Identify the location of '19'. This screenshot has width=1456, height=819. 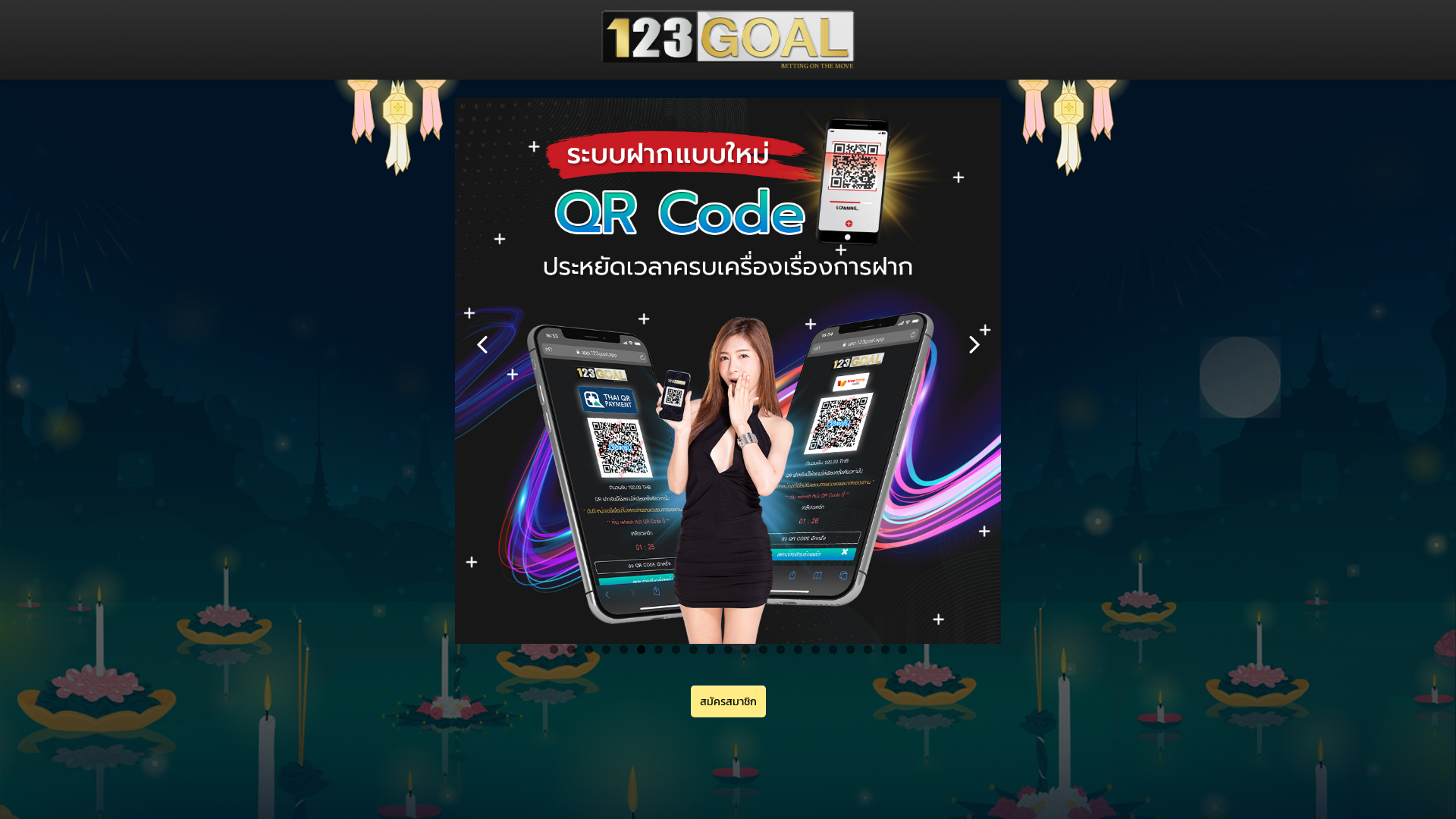
(862, 648).